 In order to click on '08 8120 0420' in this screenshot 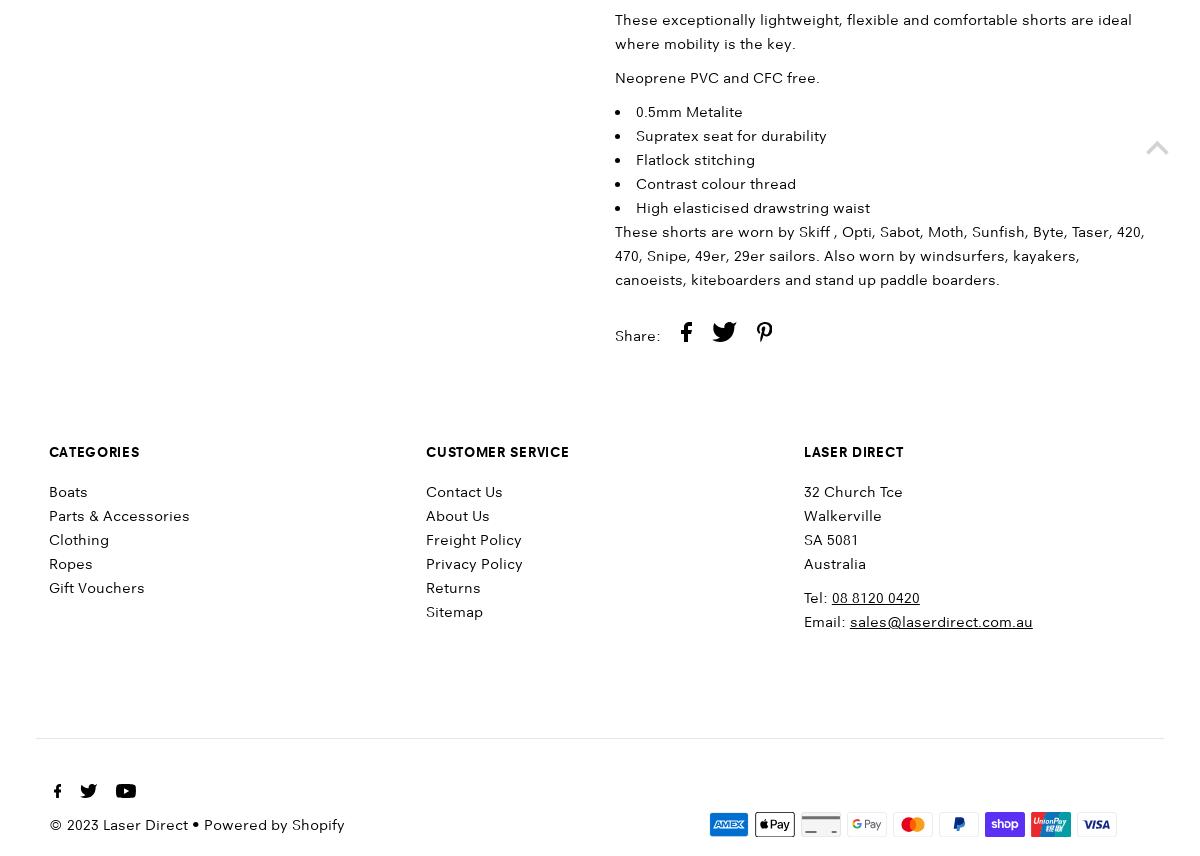, I will do `click(874, 598)`.